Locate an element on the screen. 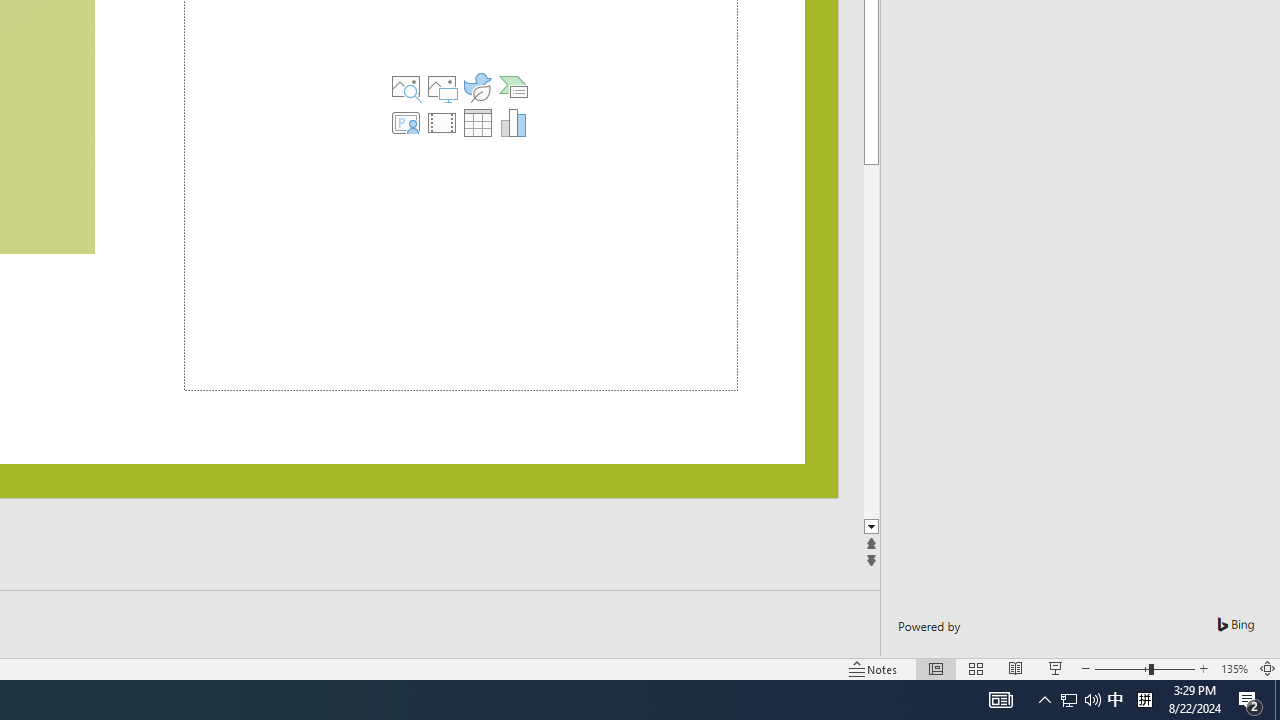 This screenshot has height=720, width=1280. 'Normal' is located at coordinates (935, 669).